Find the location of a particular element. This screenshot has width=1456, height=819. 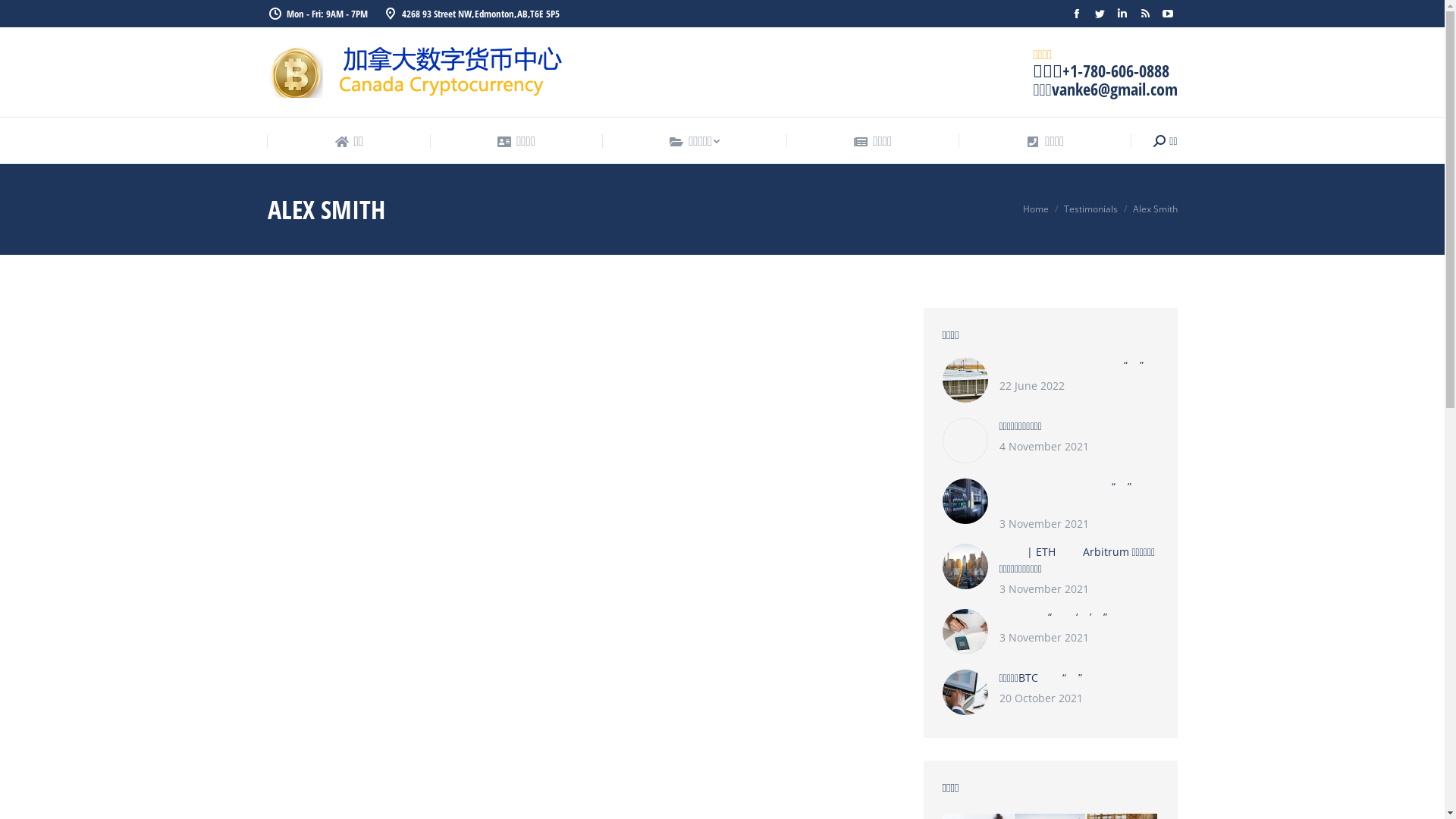

'Home' is located at coordinates (1034, 209).